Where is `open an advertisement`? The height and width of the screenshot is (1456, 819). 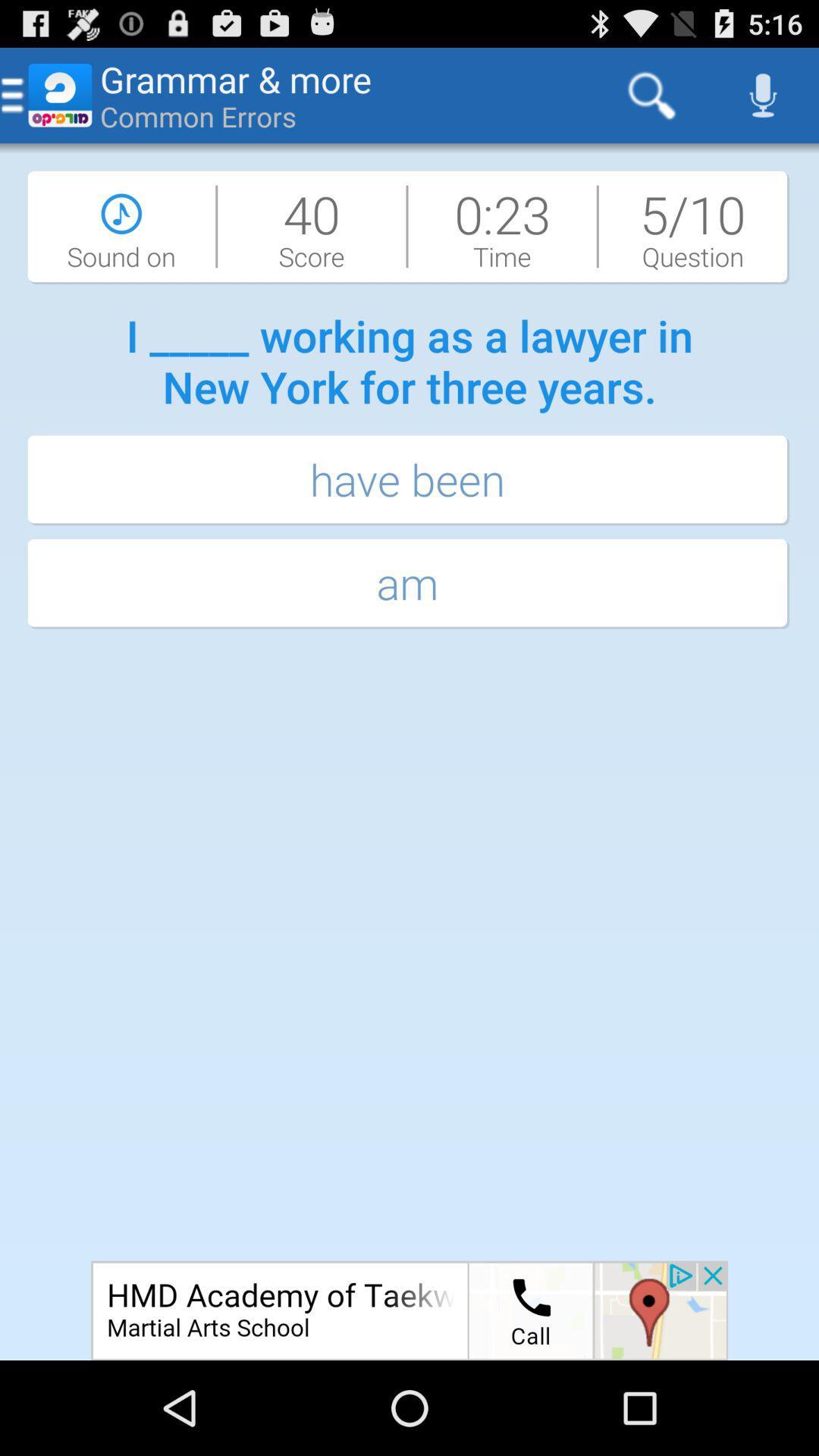 open an advertisement is located at coordinates (409, 1310).